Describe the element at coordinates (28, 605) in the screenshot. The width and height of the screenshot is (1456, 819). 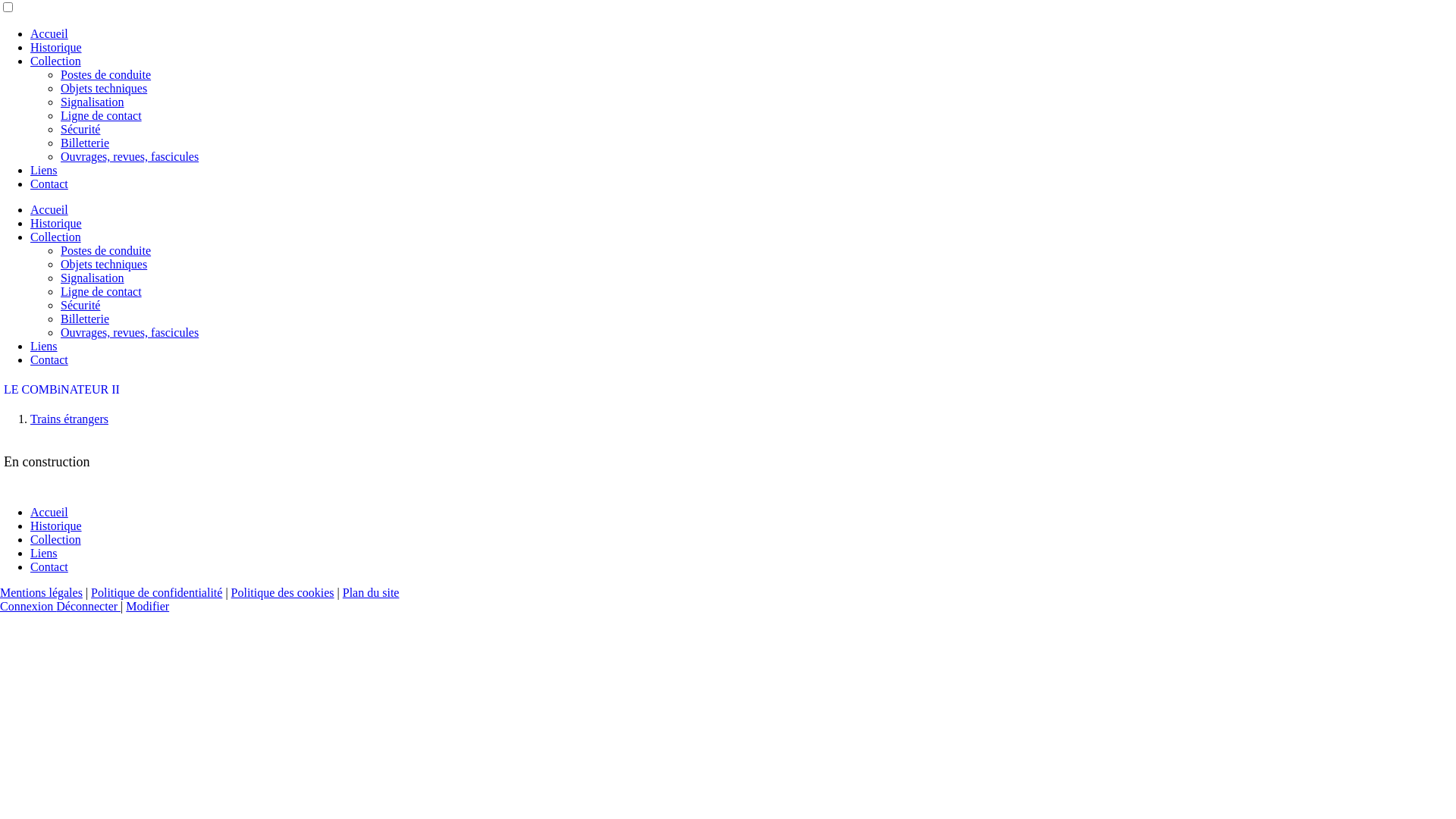
I see `'Connexion'` at that location.